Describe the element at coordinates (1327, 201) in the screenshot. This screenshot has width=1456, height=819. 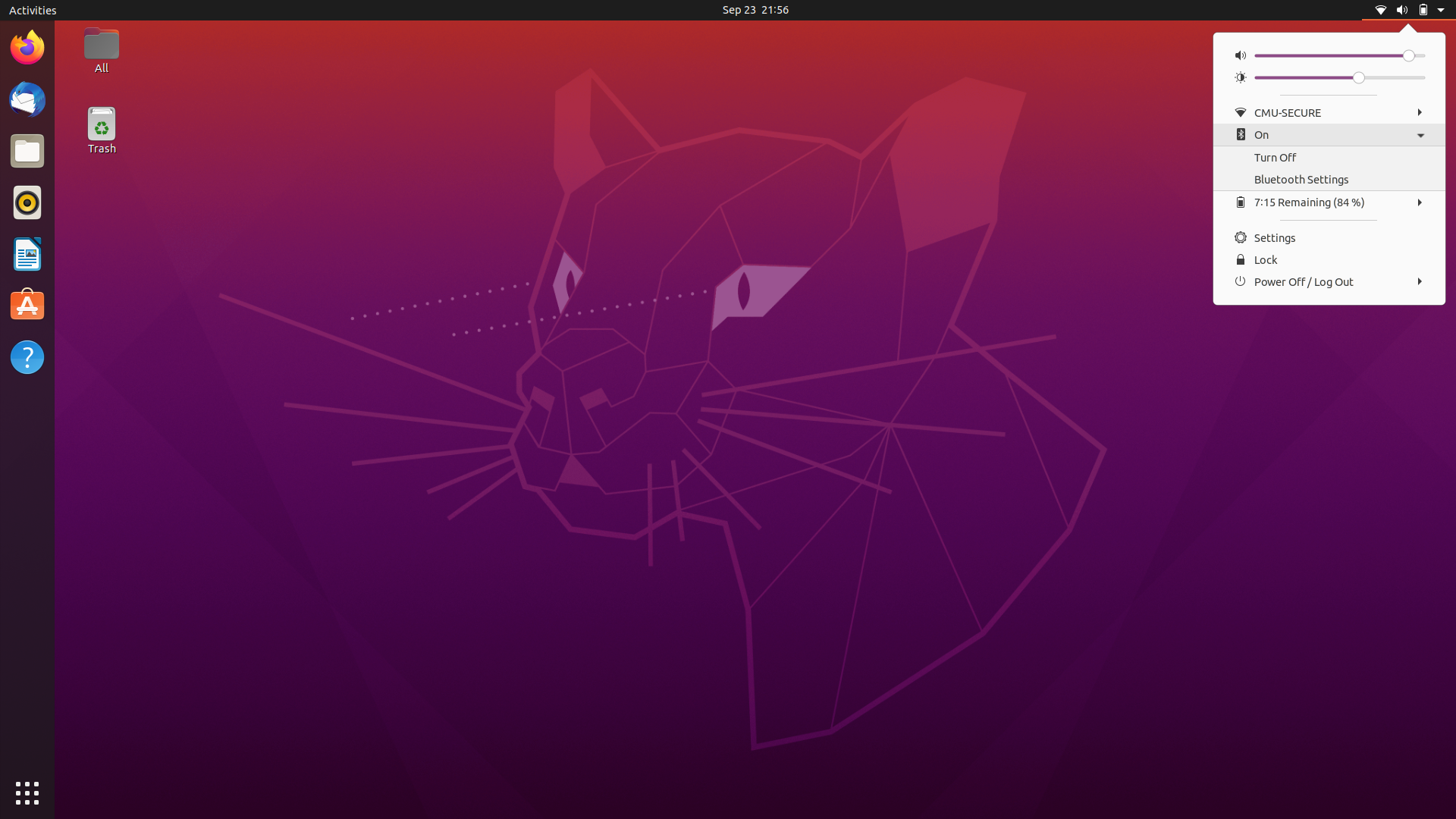
I see `Battery Options` at that location.